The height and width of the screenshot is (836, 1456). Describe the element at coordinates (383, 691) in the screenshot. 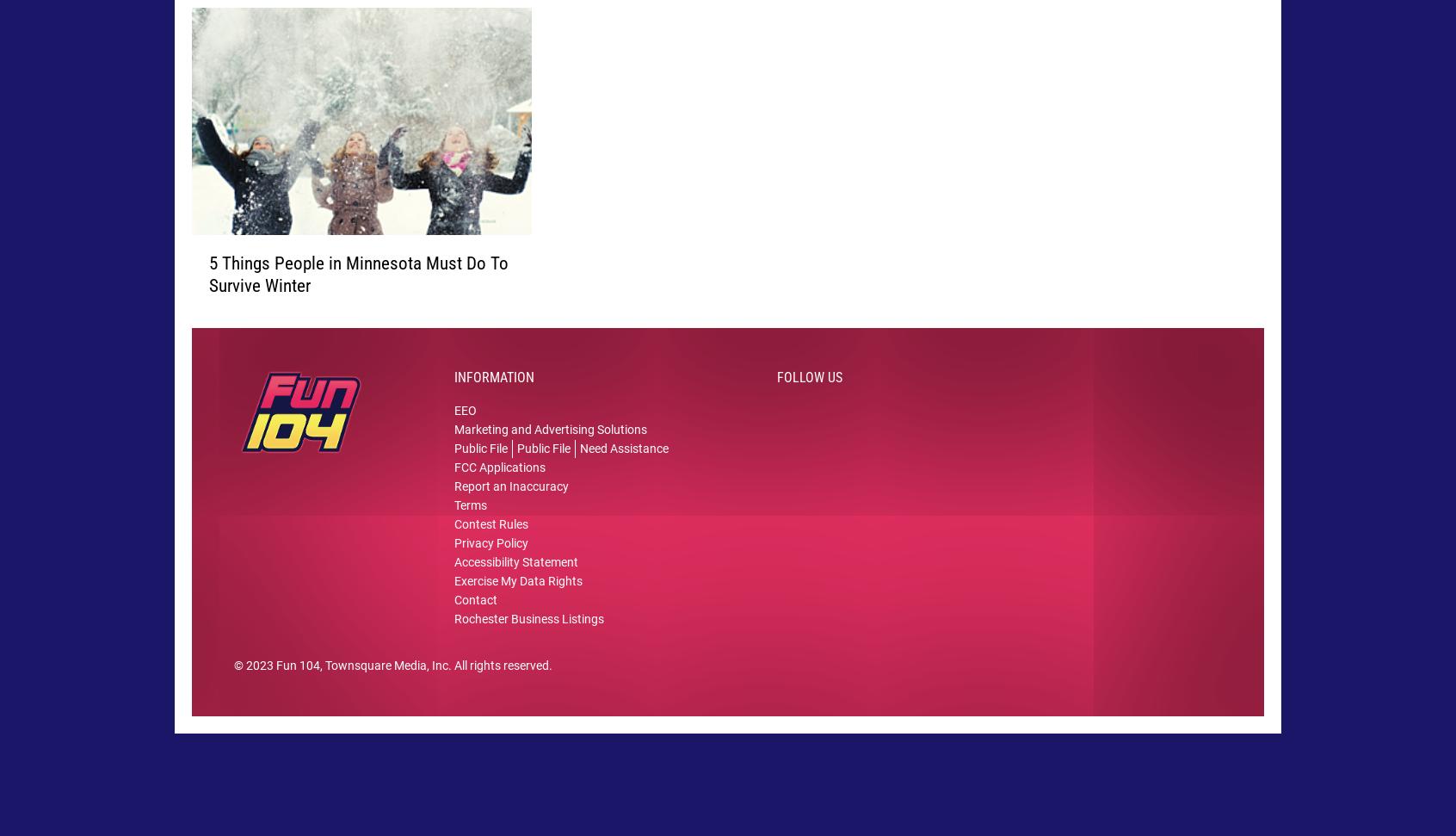

I see `', Townsquare Media, Inc'` at that location.